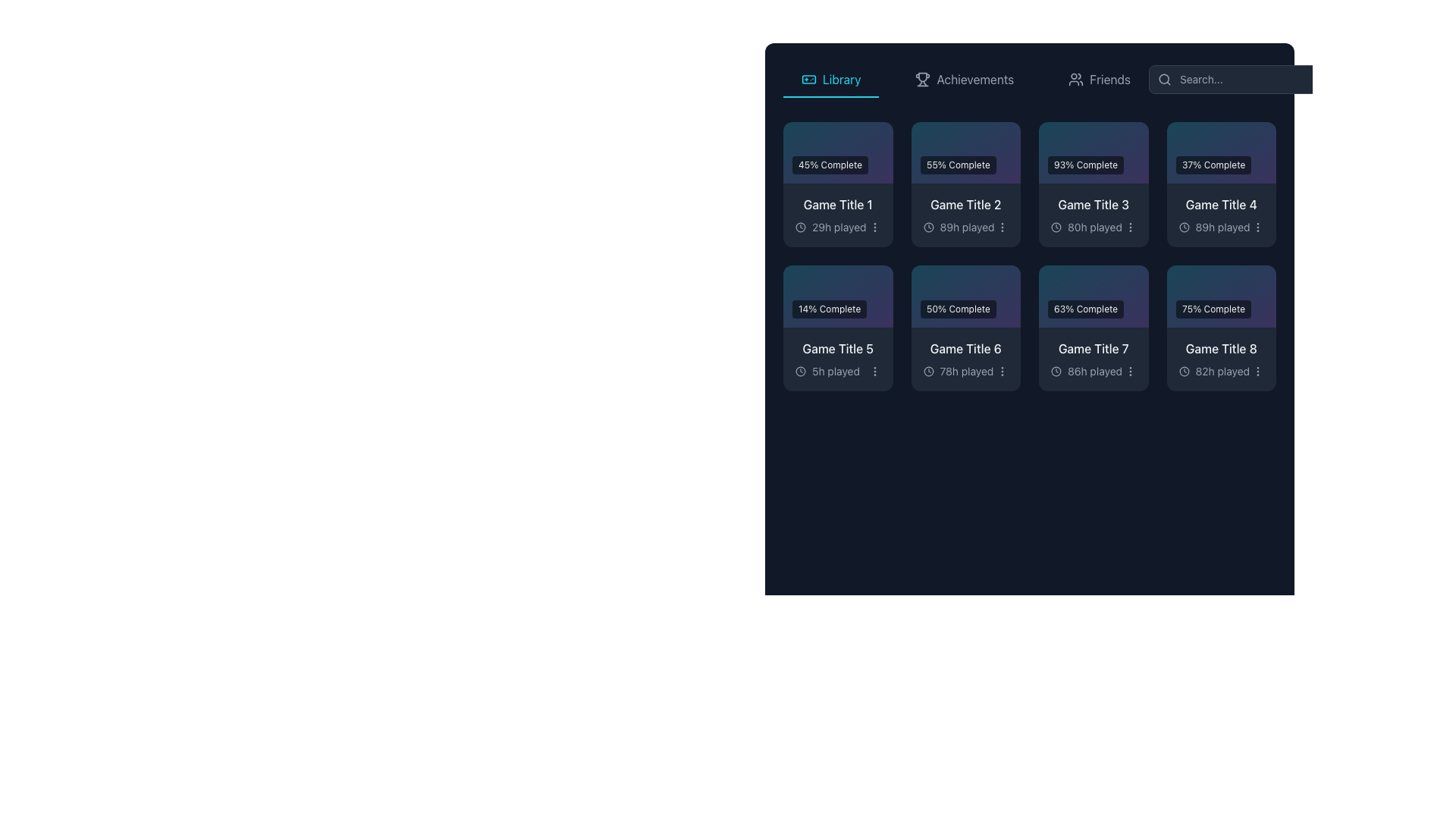 The width and height of the screenshot is (1456, 819). I want to click on the game controller icon, which visually represents the 'Library' navigation option and is located near the top-left corner of the interface, so click(808, 79).